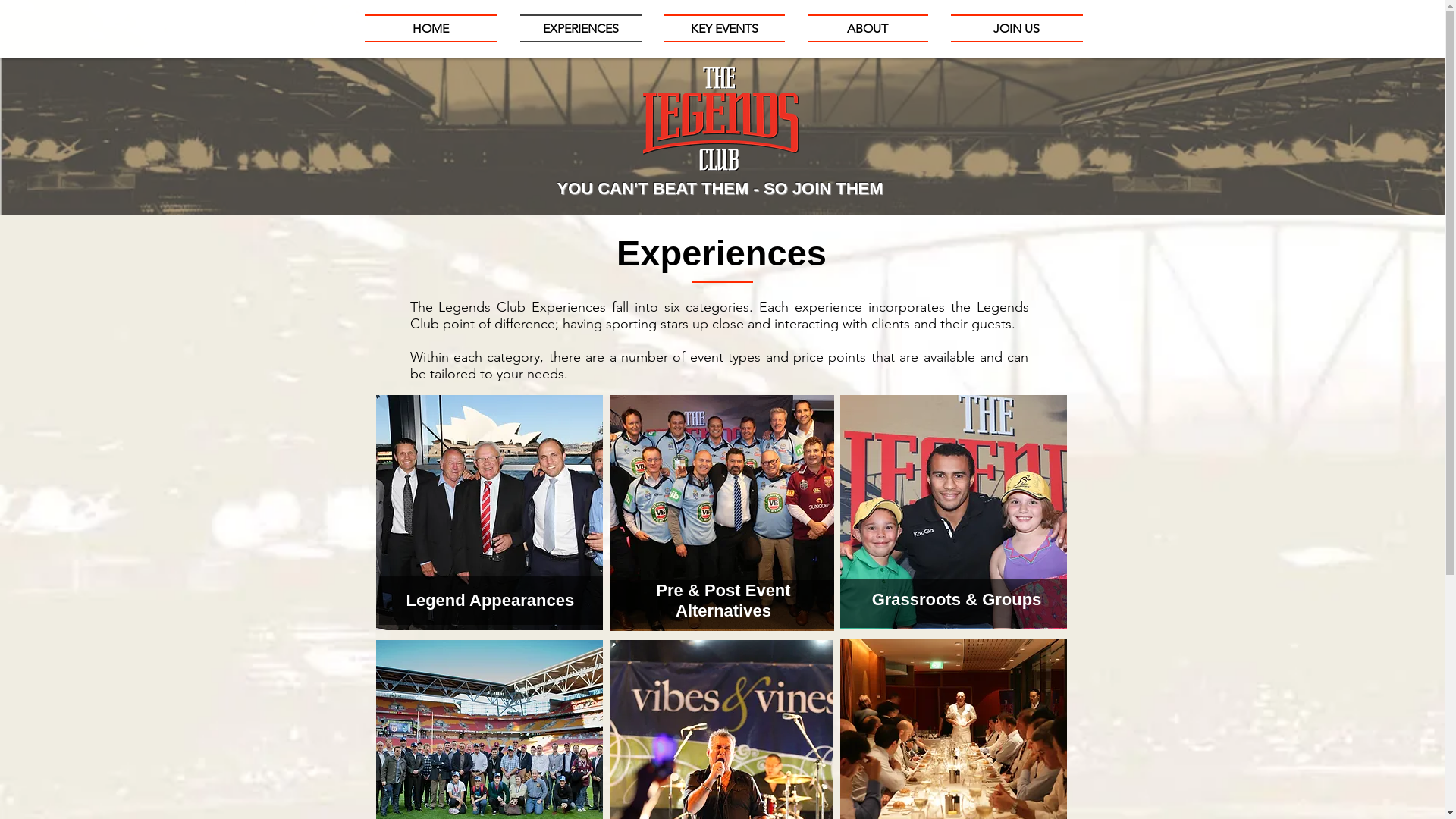 Image resolution: width=1456 pixels, height=819 pixels. What do you see at coordinates (868, 28) in the screenshot?
I see `'ABOUT'` at bounding box center [868, 28].